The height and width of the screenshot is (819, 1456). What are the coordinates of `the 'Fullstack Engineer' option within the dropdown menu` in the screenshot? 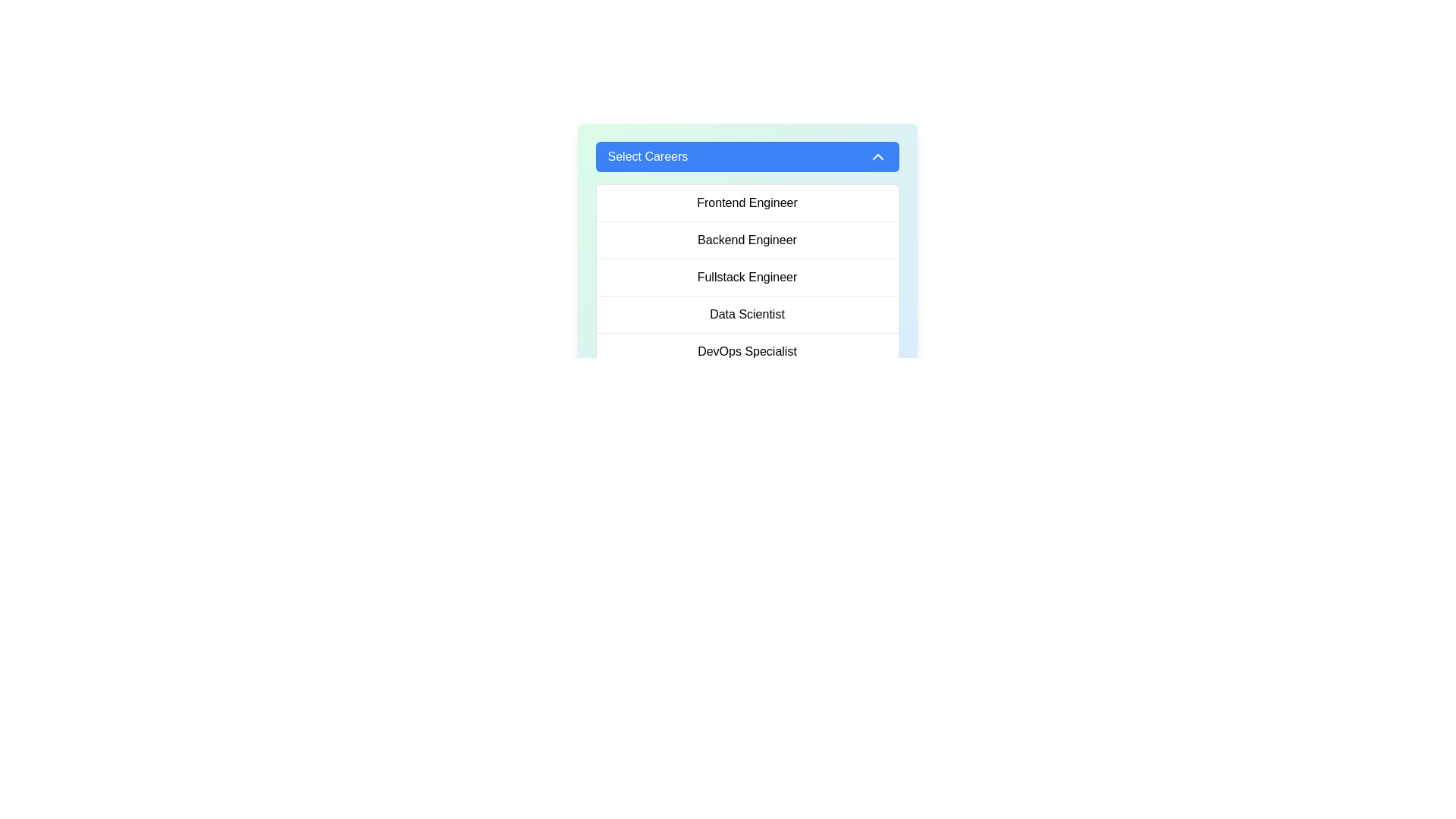 It's located at (747, 275).